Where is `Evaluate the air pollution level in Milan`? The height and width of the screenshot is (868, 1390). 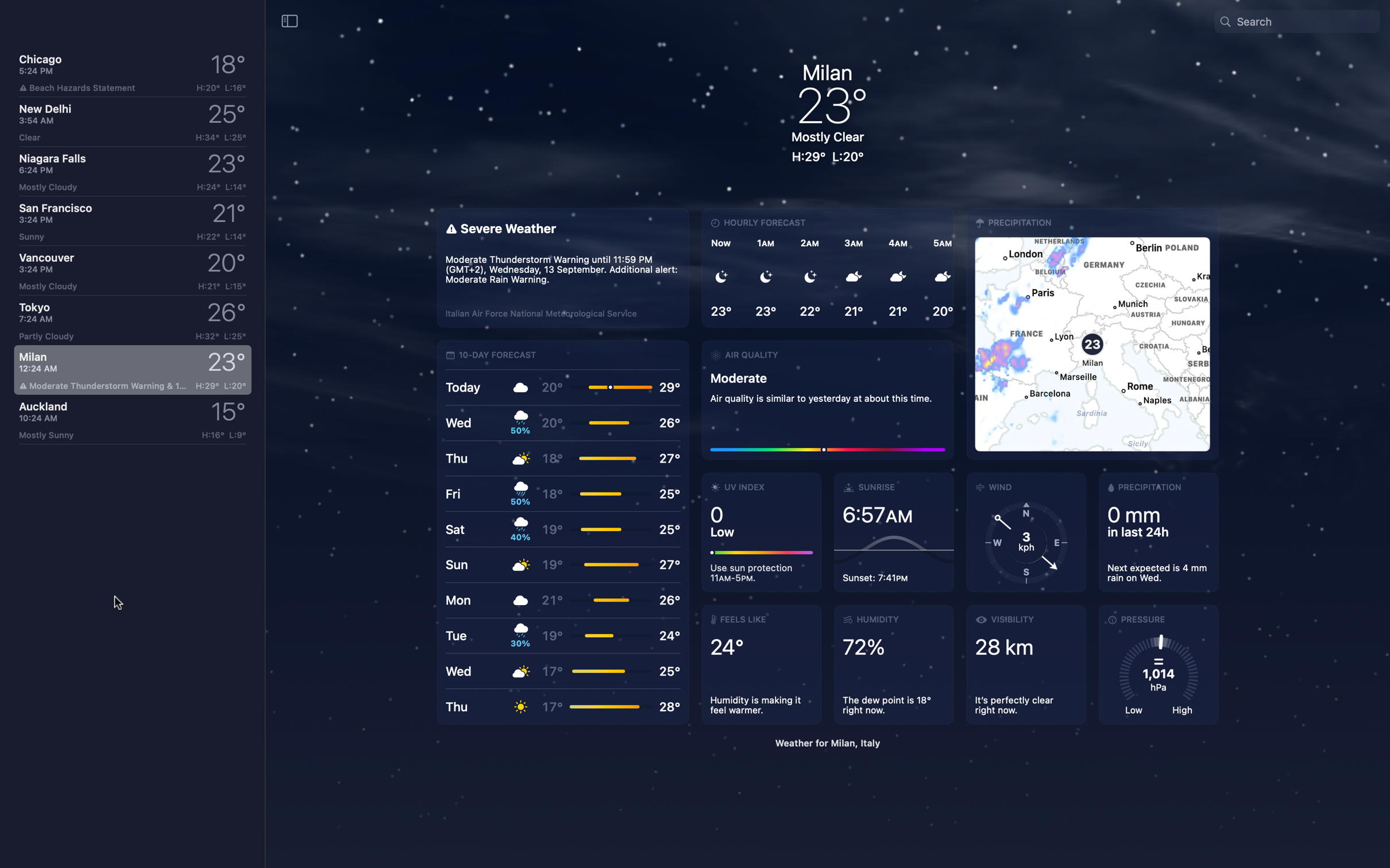 Evaluate the air pollution level in Milan is located at coordinates (827, 398).